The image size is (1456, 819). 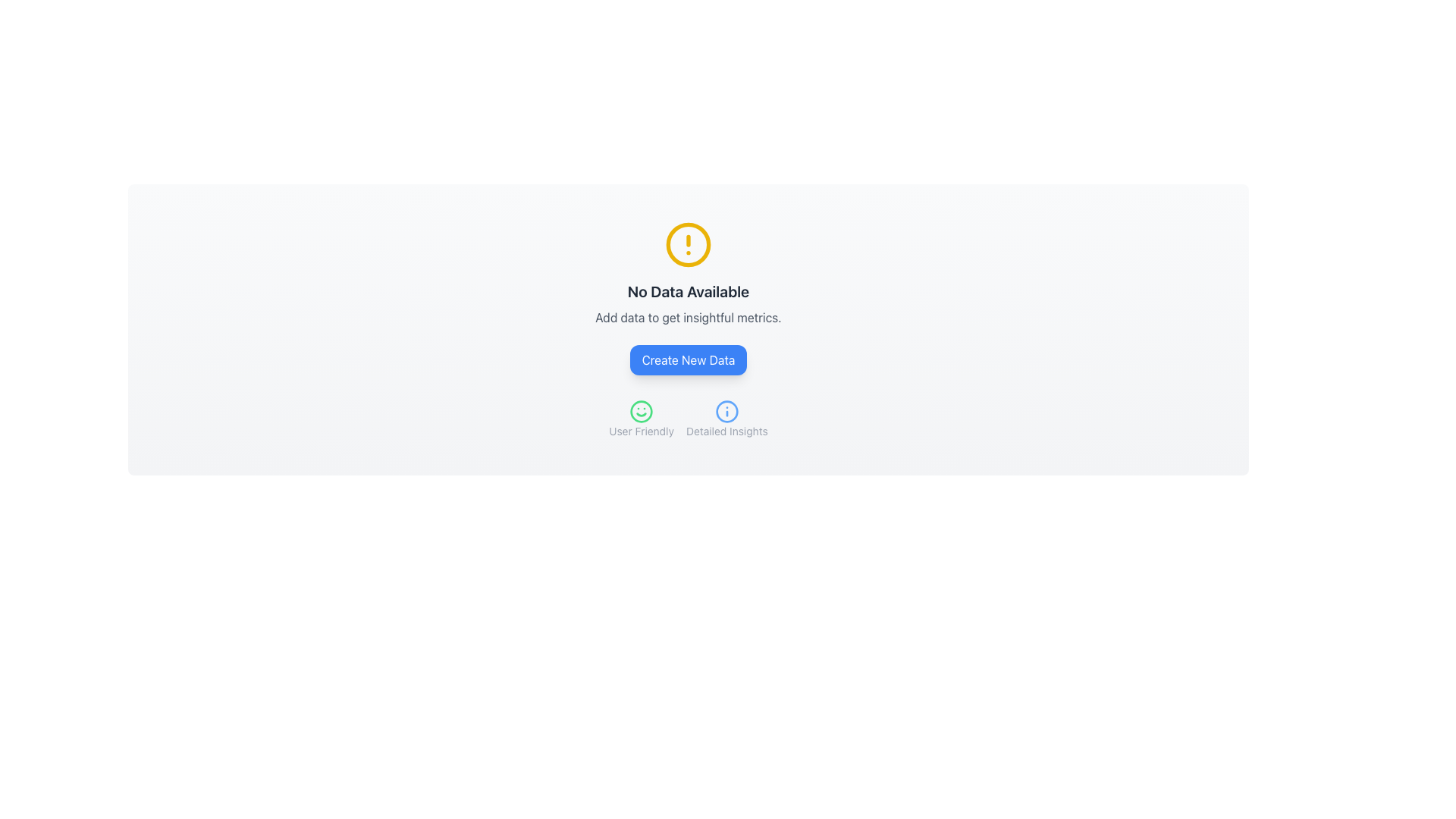 I want to click on the text label displaying 'User Friendly', which is a small, gray-colored font located below a green smiley icon and aligned centrally among other elements, so click(x=642, y=431).